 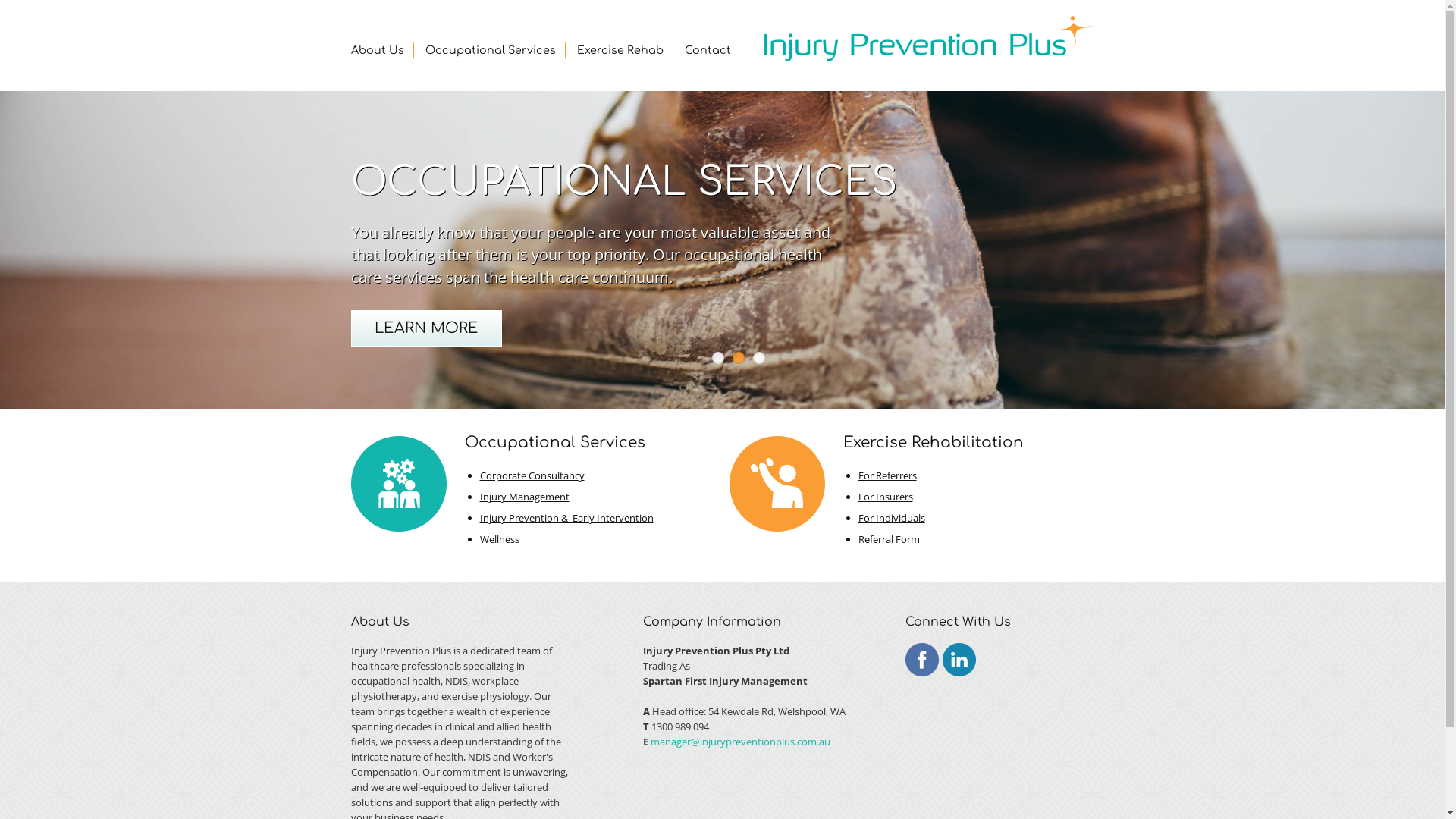 I want to click on 'Wellness', so click(x=498, y=538).